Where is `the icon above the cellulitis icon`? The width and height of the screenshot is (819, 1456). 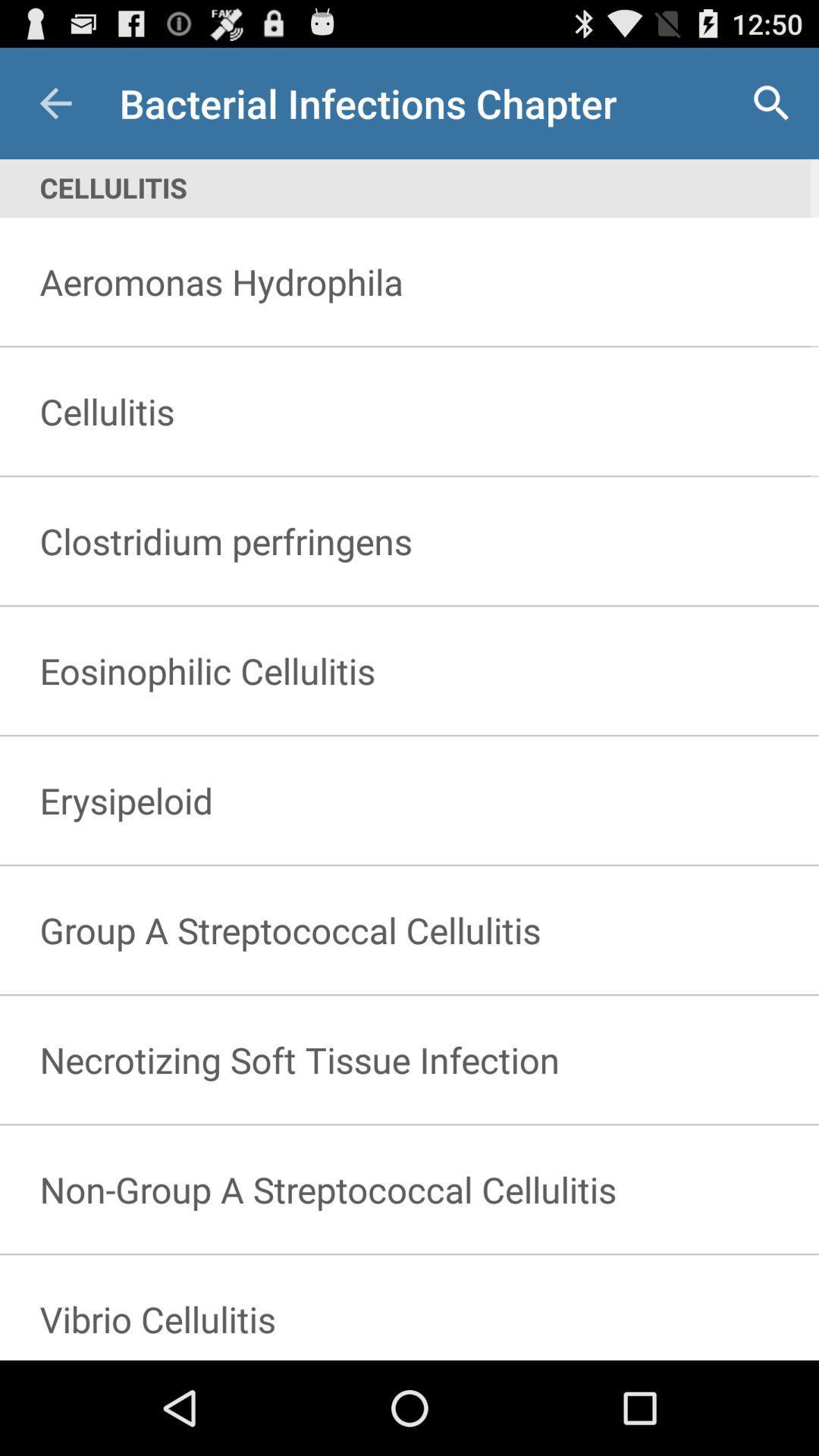 the icon above the cellulitis icon is located at coordinates (771, 102).